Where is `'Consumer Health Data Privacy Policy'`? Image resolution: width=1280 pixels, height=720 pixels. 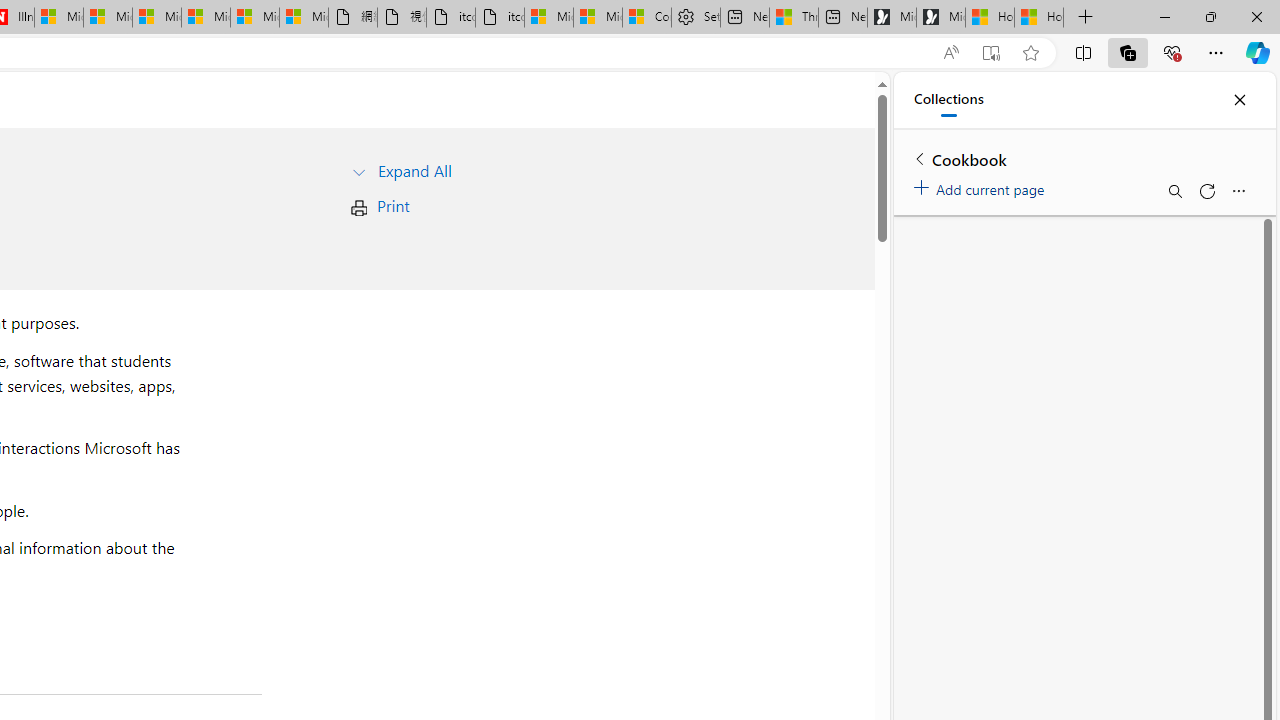
'Consumer Health Data Privacy Policy' is located at coordinates (647, 17).